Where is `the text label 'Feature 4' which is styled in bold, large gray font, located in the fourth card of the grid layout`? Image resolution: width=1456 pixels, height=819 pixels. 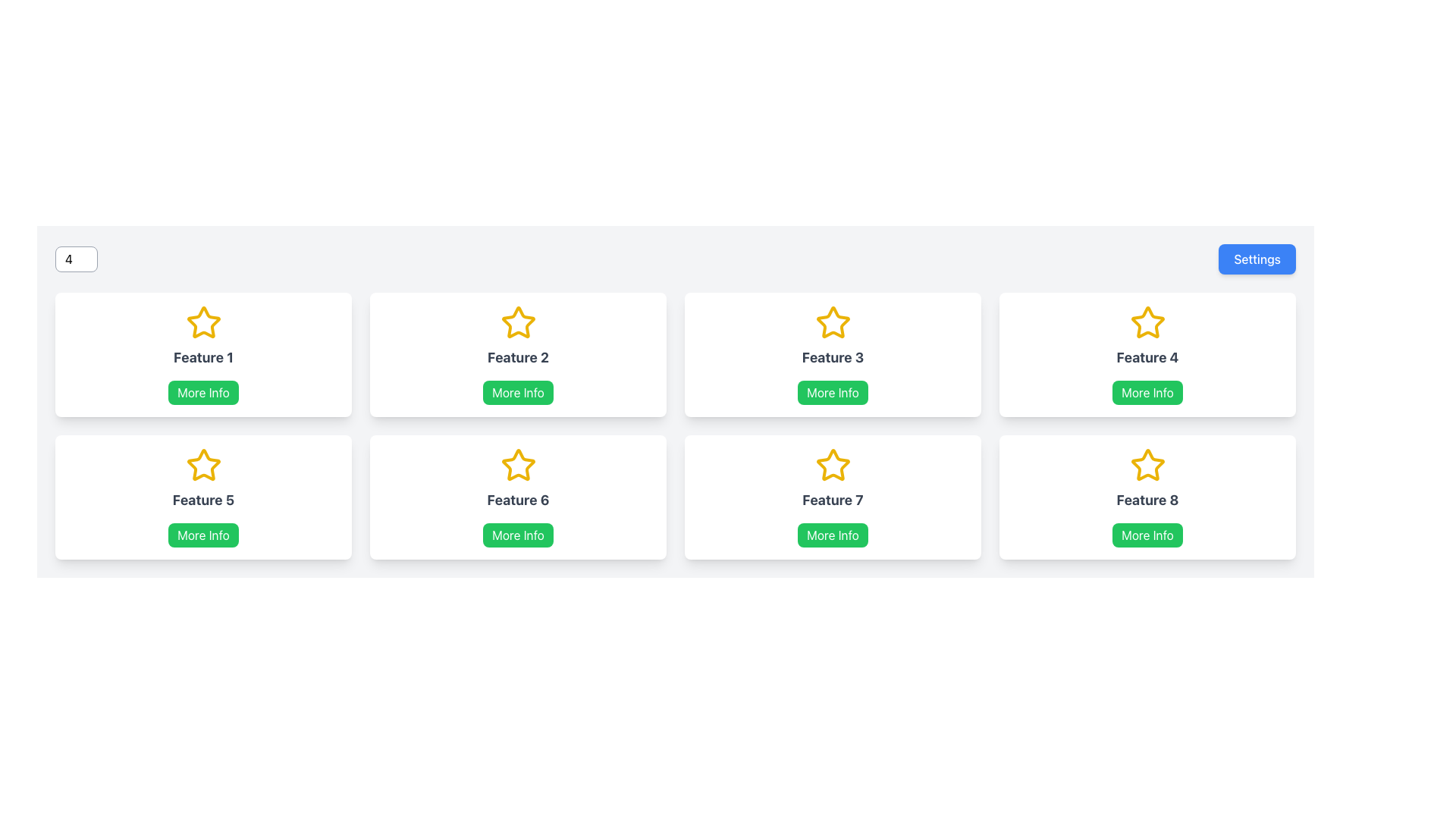 the text label 'Feature 4' which is styled in bold, large gray font, located in the fourth card of the grid layout is located at coordinates (1147, 357).